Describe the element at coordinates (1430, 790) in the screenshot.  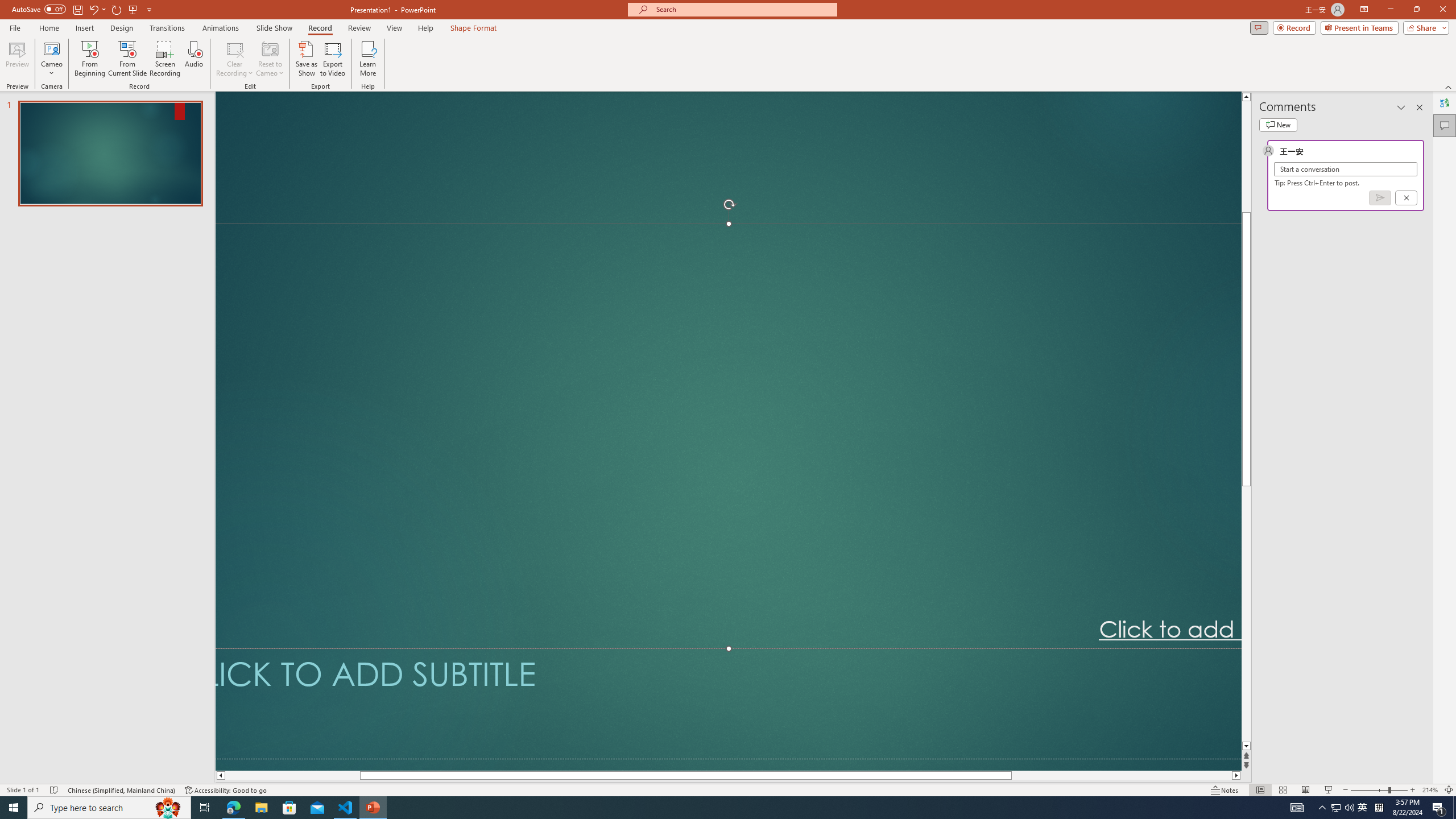
I see `'Zoom 214%'` at that location.